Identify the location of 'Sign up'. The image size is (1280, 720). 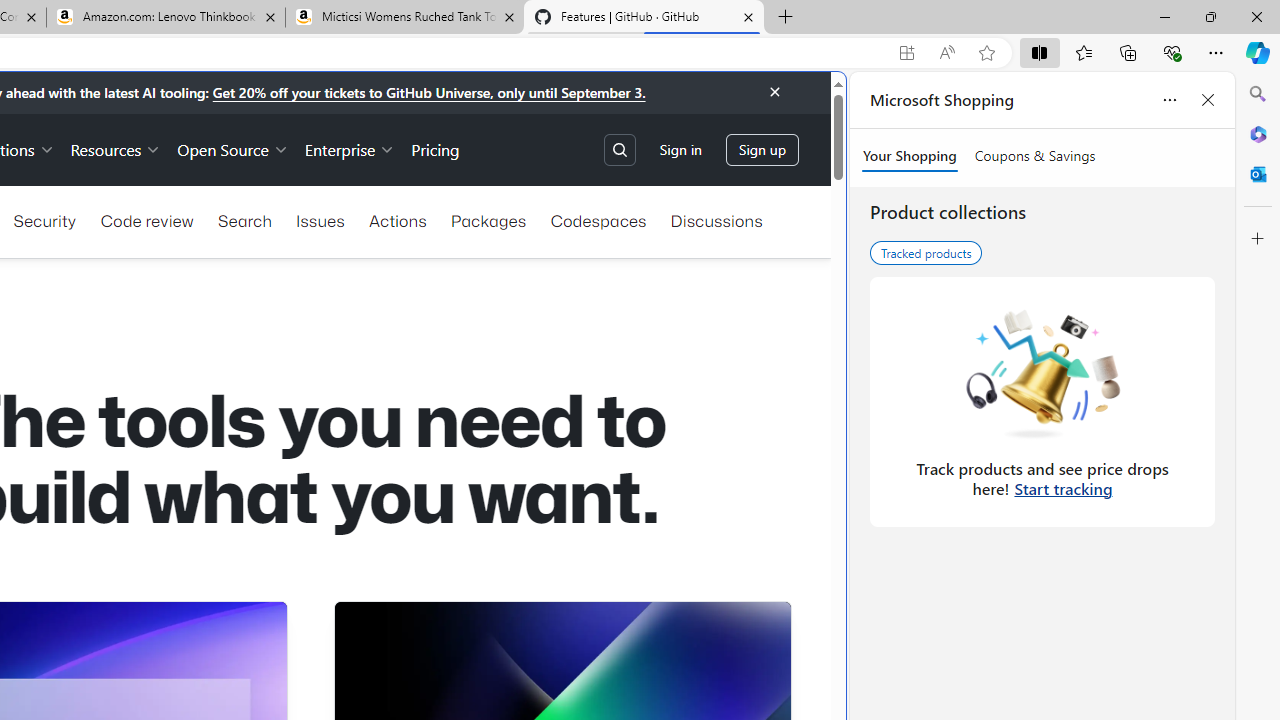
(761, 148).